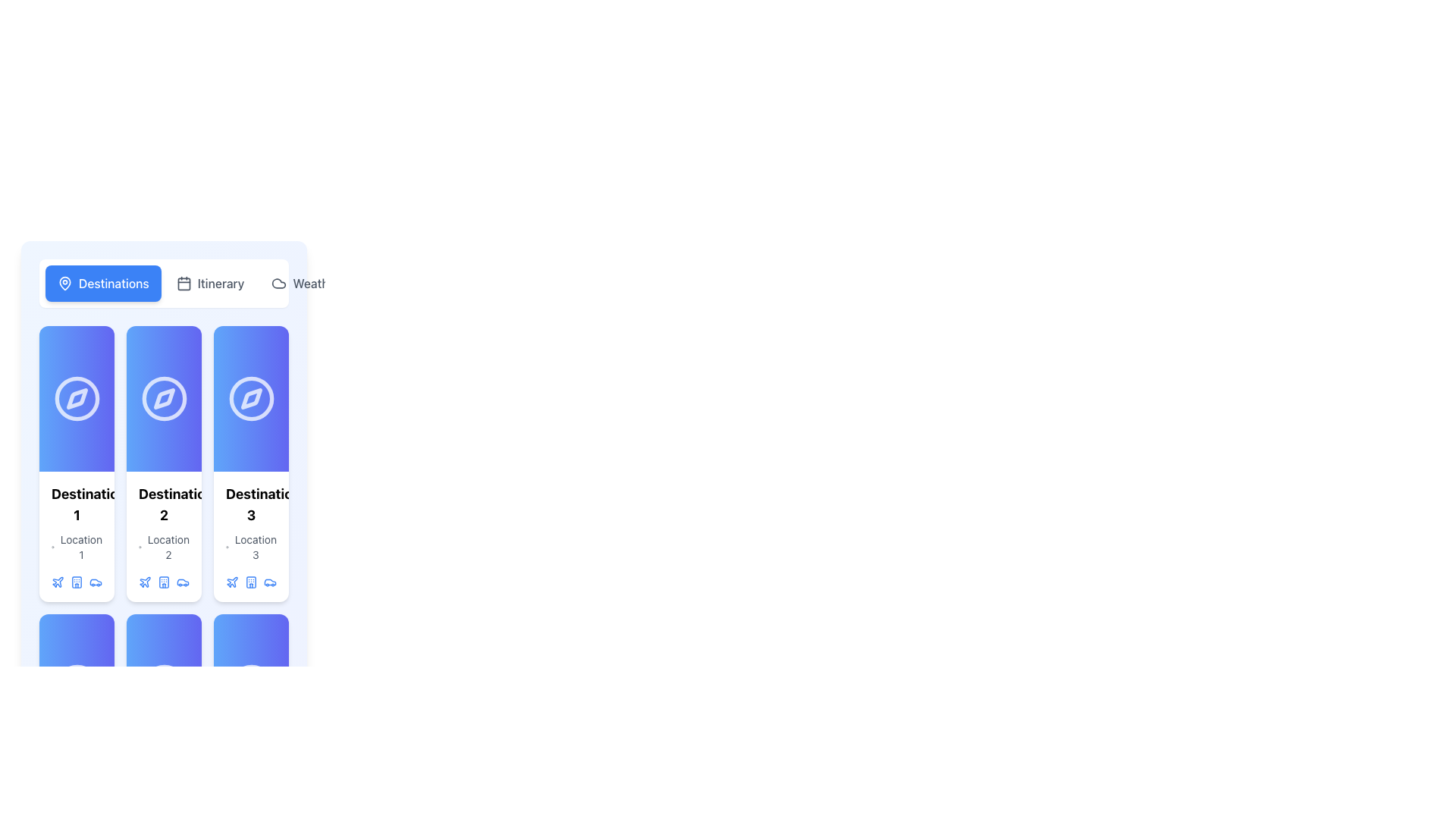  Describe the element at coordinates (251, 581) in the screenshot. I see `the vector graphic element within the SVG structure that is part of the 'Destination 3' card, positioned towards the bottom-right edge` at that location.